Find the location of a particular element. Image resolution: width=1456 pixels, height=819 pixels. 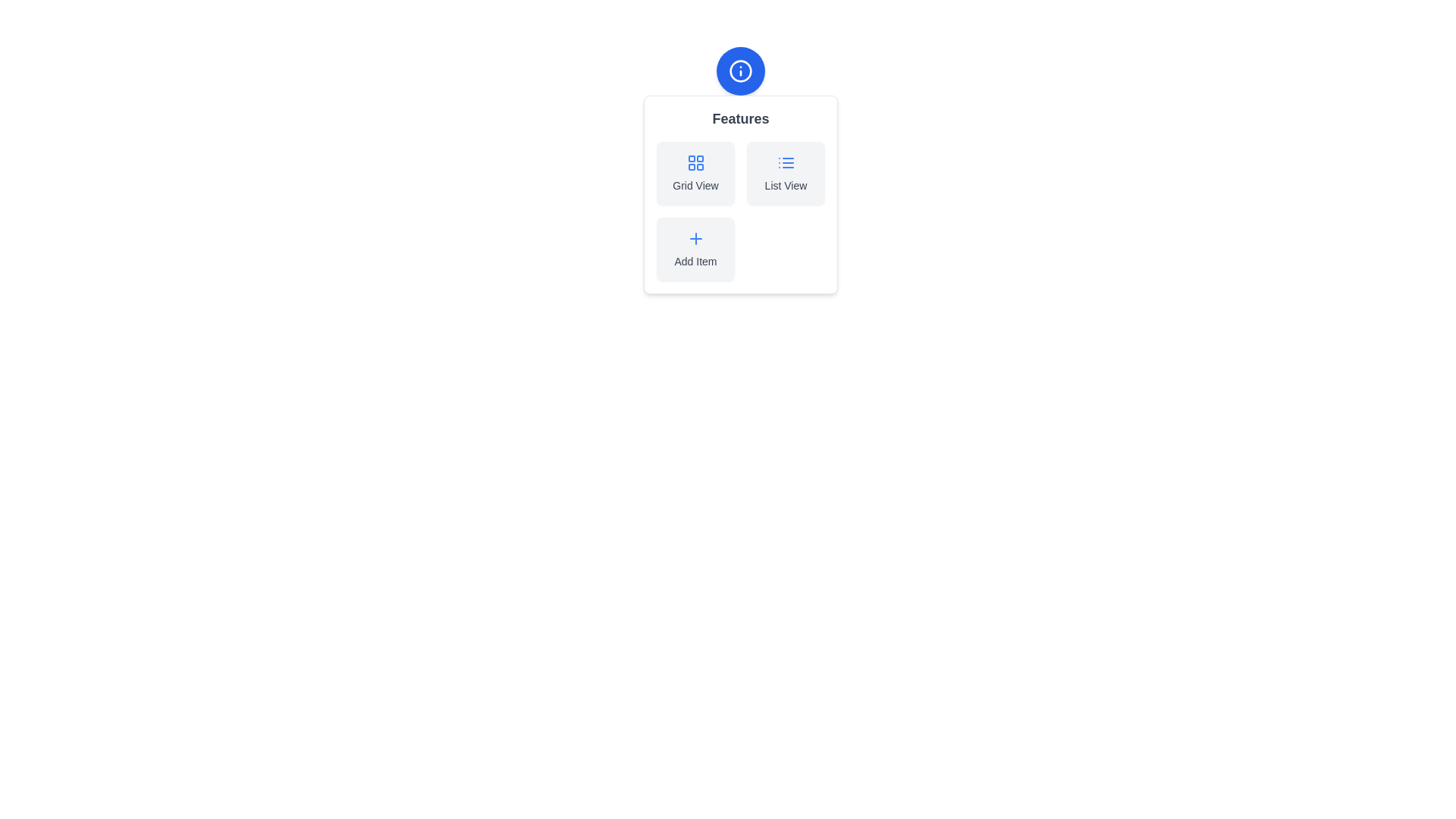

the 'Grid View' icon, which is a 2x2 grid of rectangles with a blue border and a white background, located above the 'Grid View' label is located at coordinates (695, 163).